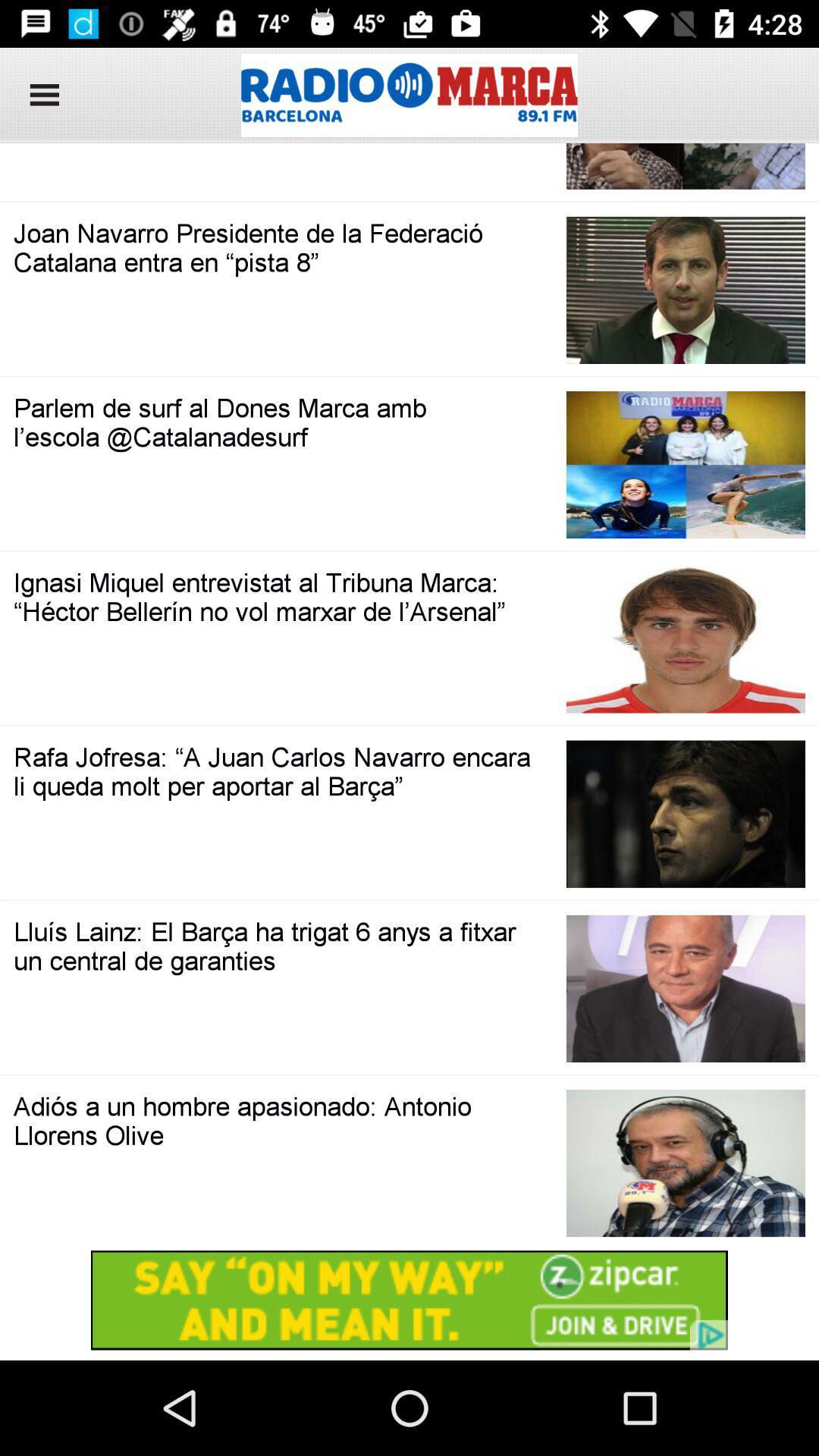 This screenshot has width=819, height=1456. I want to click on icon at the top left corner, so click(39, 94).